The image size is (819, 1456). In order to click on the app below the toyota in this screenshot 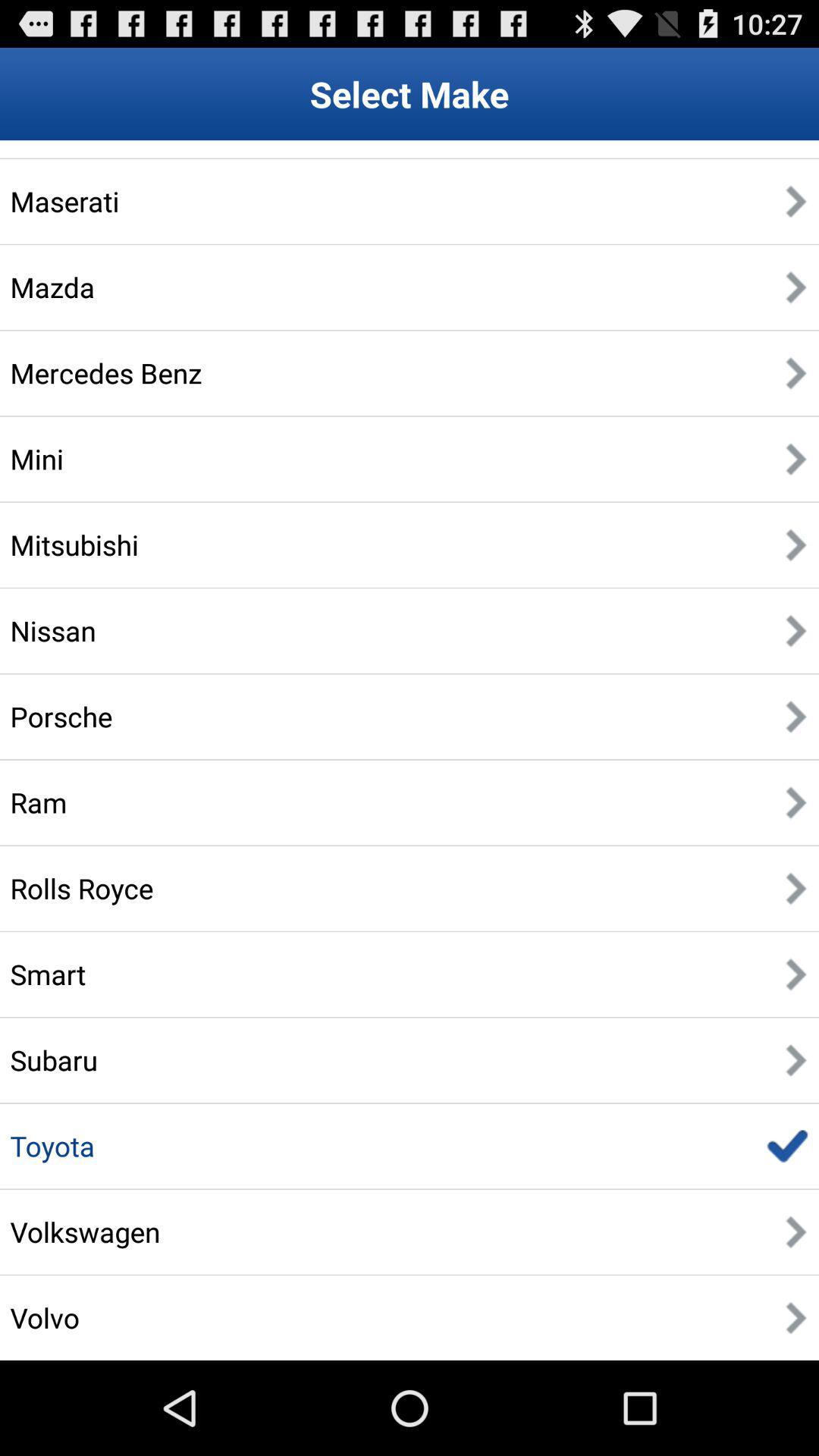, I will do `click(85, 1232)`.